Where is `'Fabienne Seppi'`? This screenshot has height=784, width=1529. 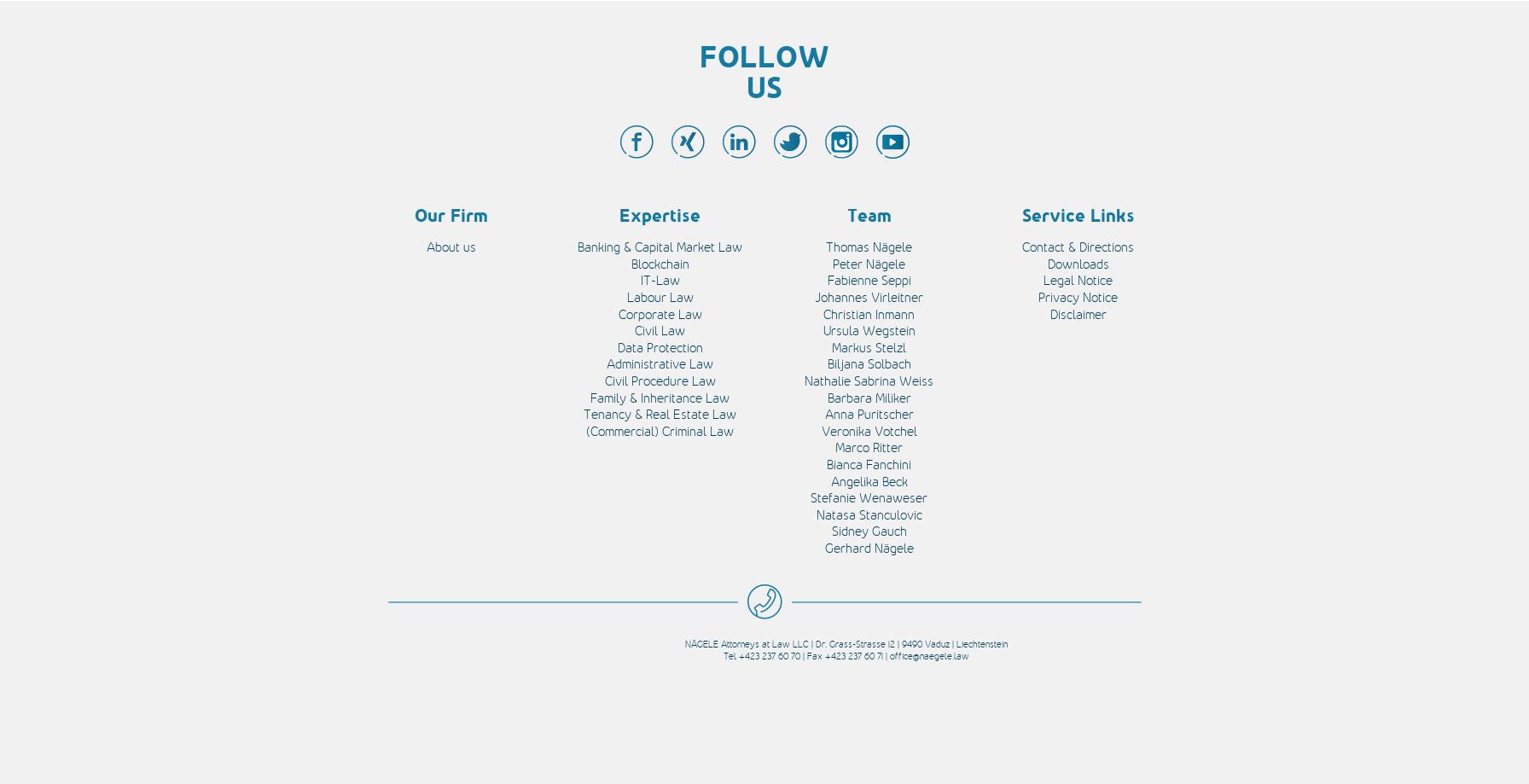
'Fabienne Seppi' is located at coordinates (868, 279).